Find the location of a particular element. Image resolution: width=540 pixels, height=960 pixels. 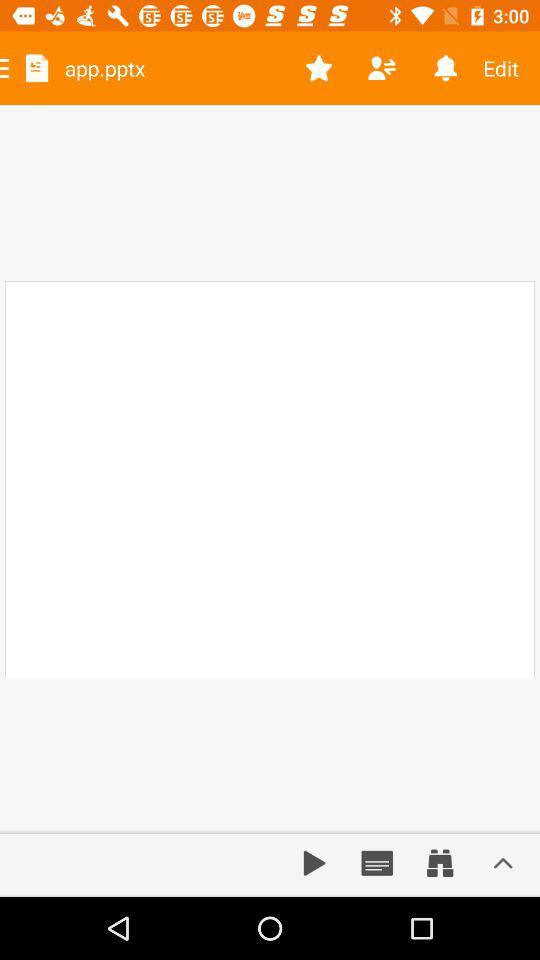

open item is located at coordinates (502, 862).